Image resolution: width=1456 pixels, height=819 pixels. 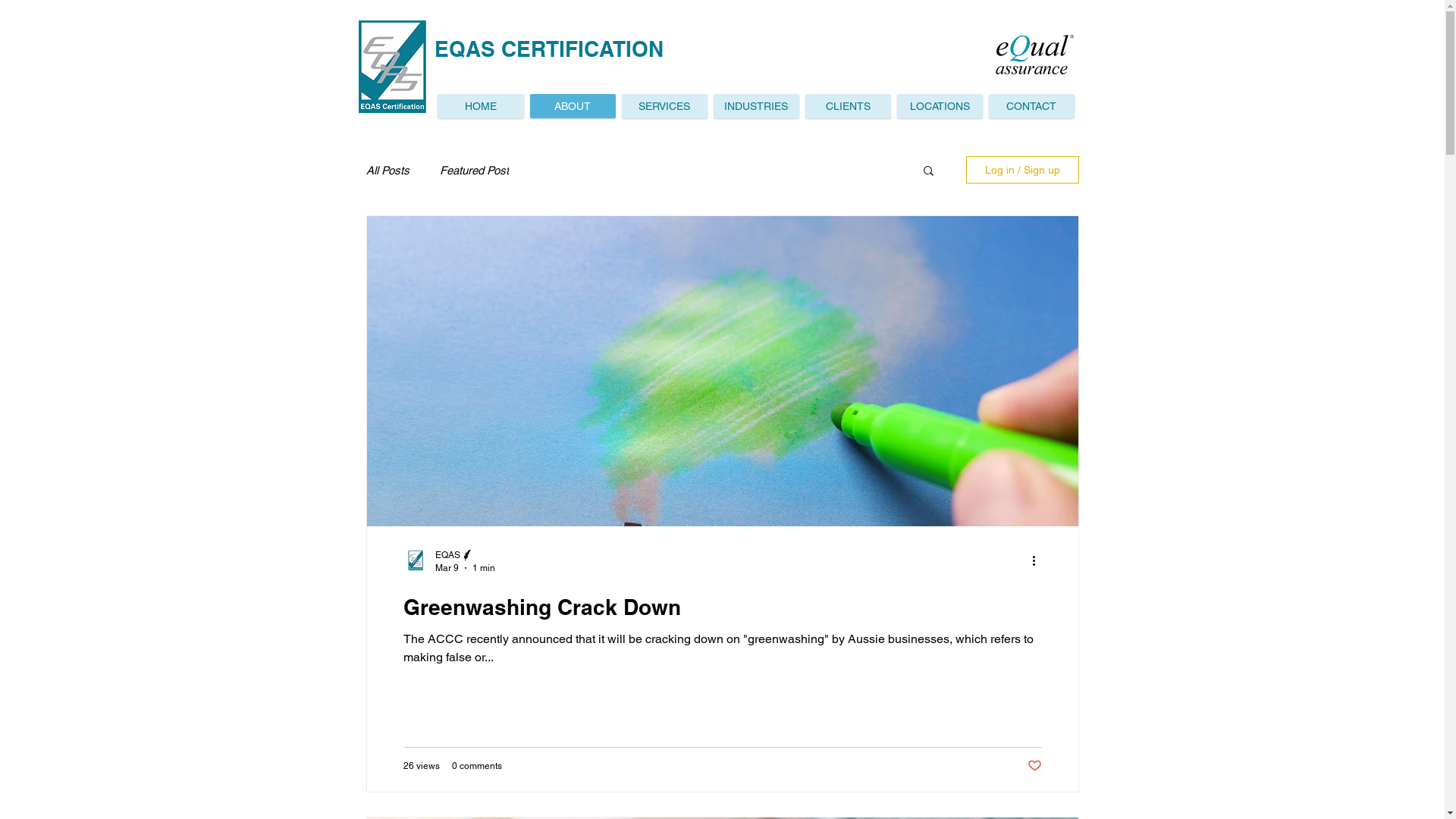 What do you see at coordinates (989, 105) in the screenshot?
I see `'CONTACT'` at bounding box center [989, 105].